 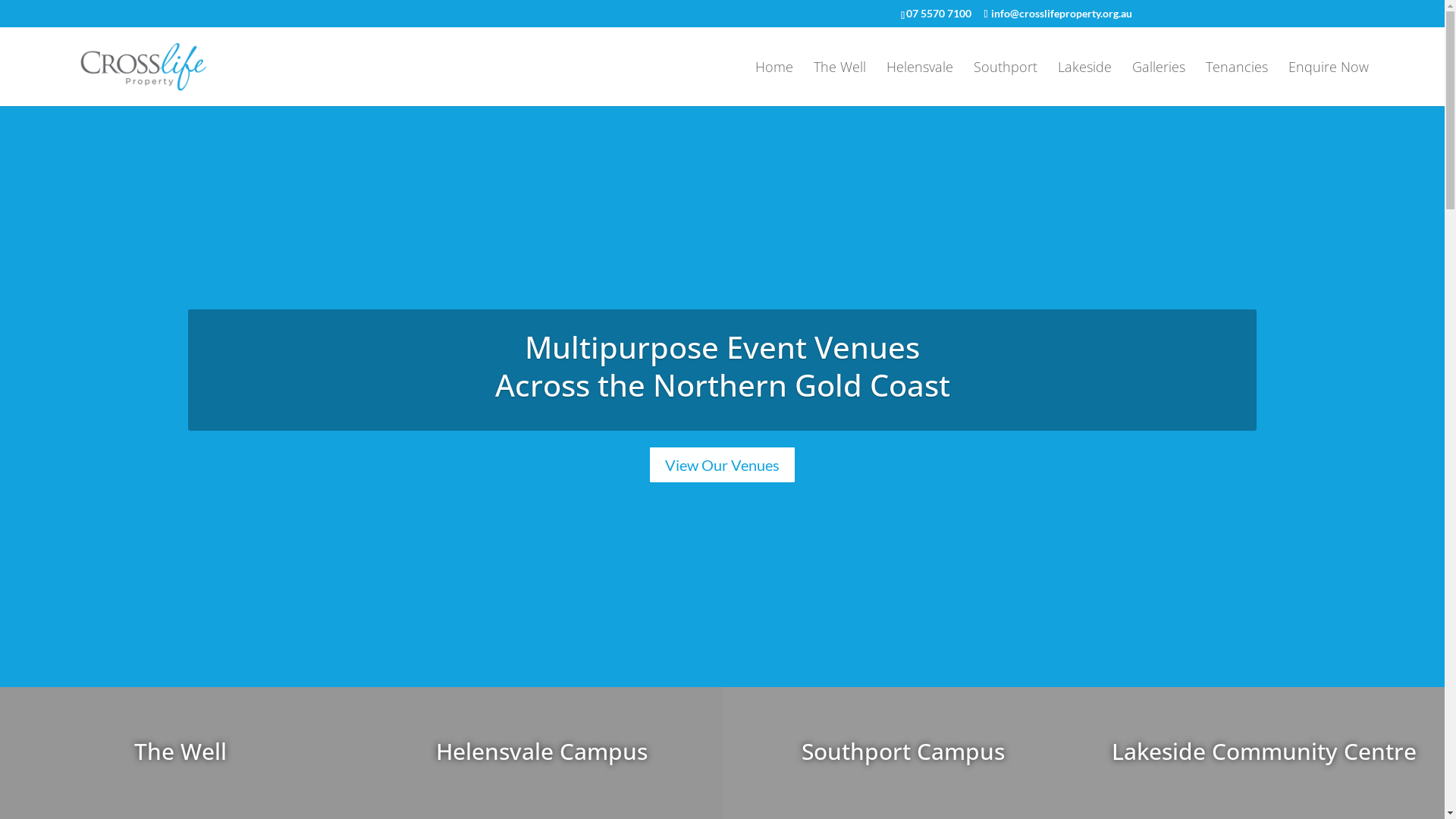 I want to click on 'Lakeside Community Centre', so click(x=1263, y=751).